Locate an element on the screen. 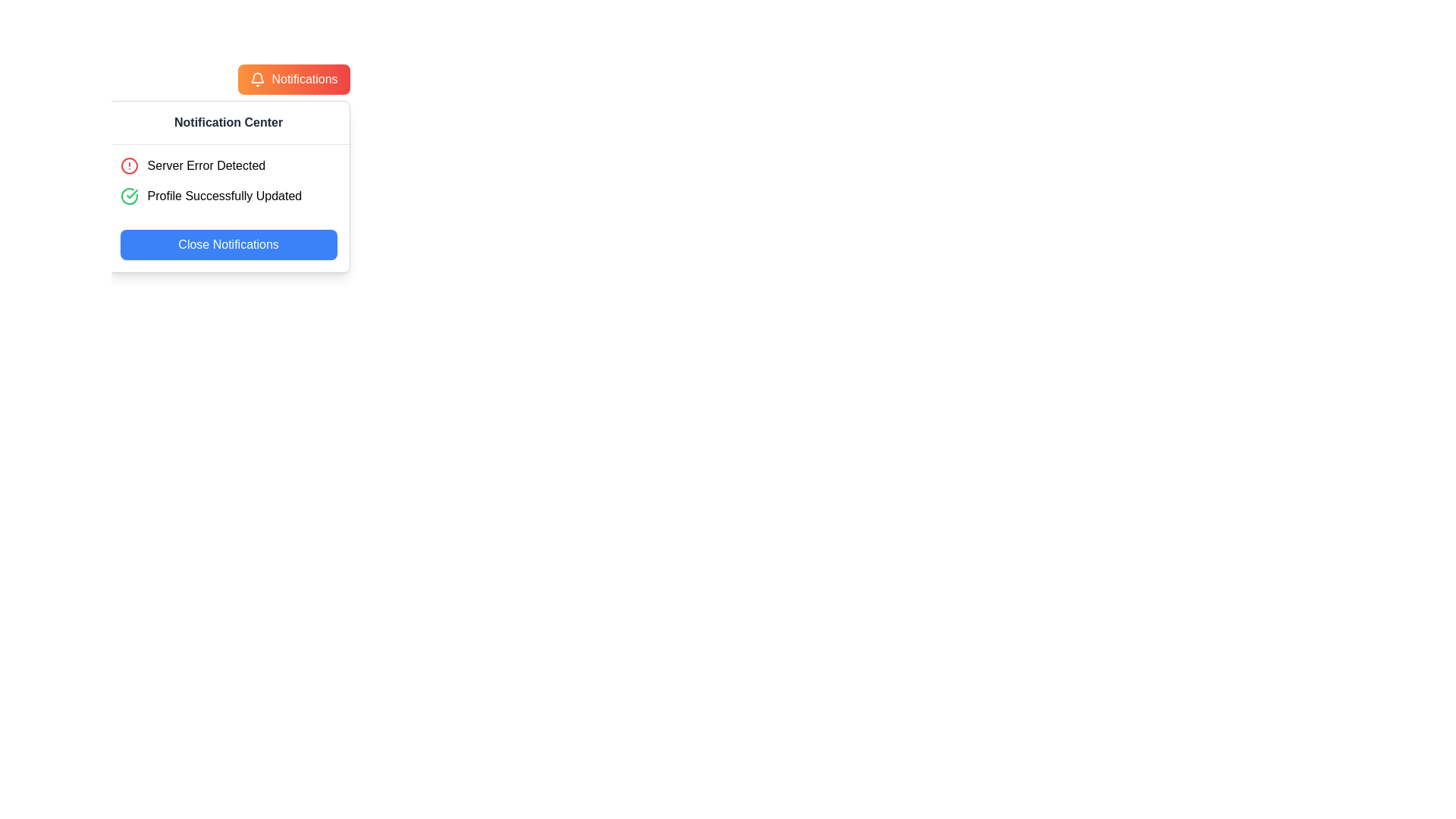 The width and height of the screenshot is (1456, 819). the visual indicator (SVG circle within an alert icon) located to the left of the 'Server Error Detected' message in the notification panel is located at coordinates (129, 166).